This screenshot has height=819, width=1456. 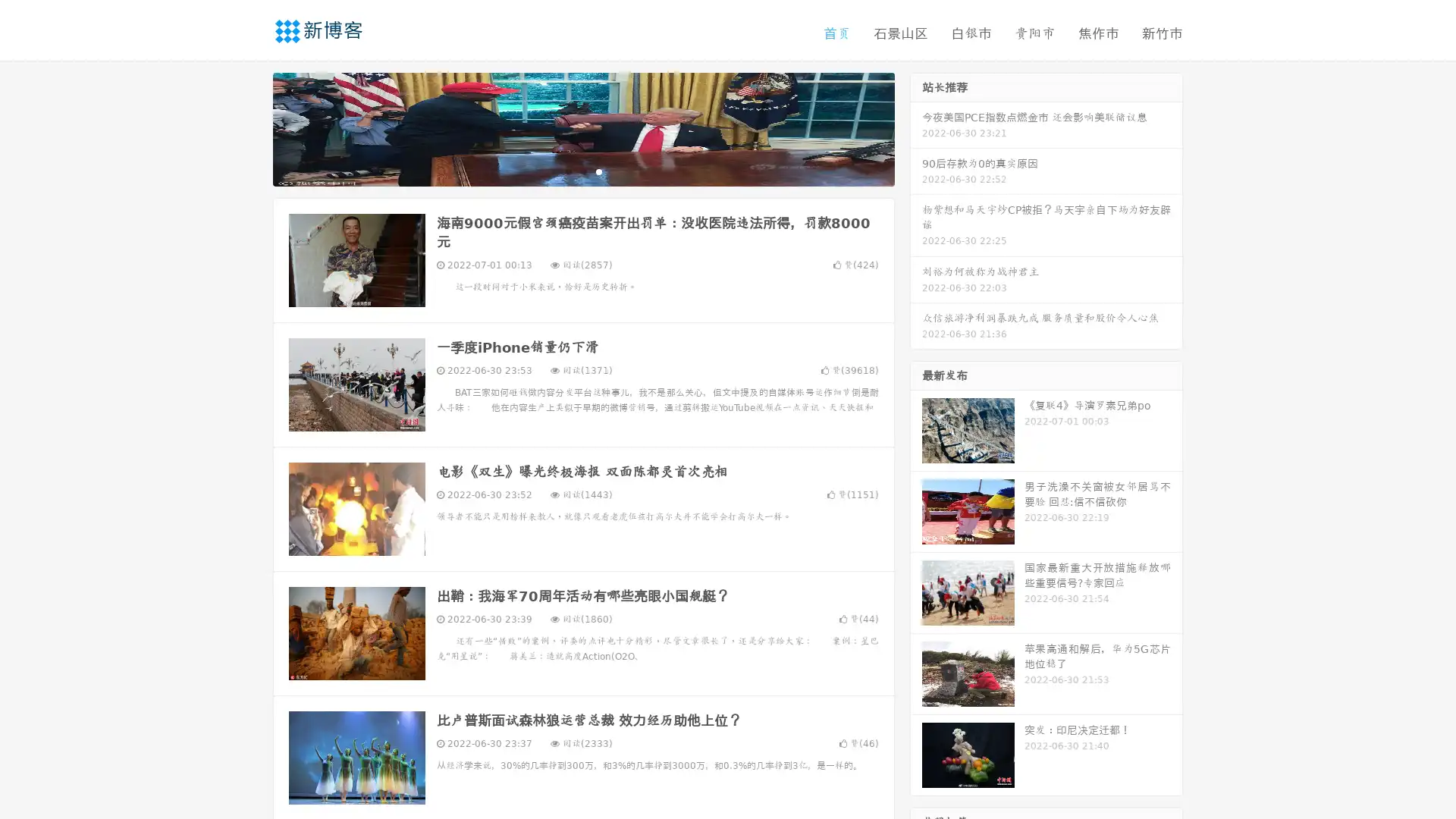 I want to click on Go to slide 3, so click(x=598, y=171).